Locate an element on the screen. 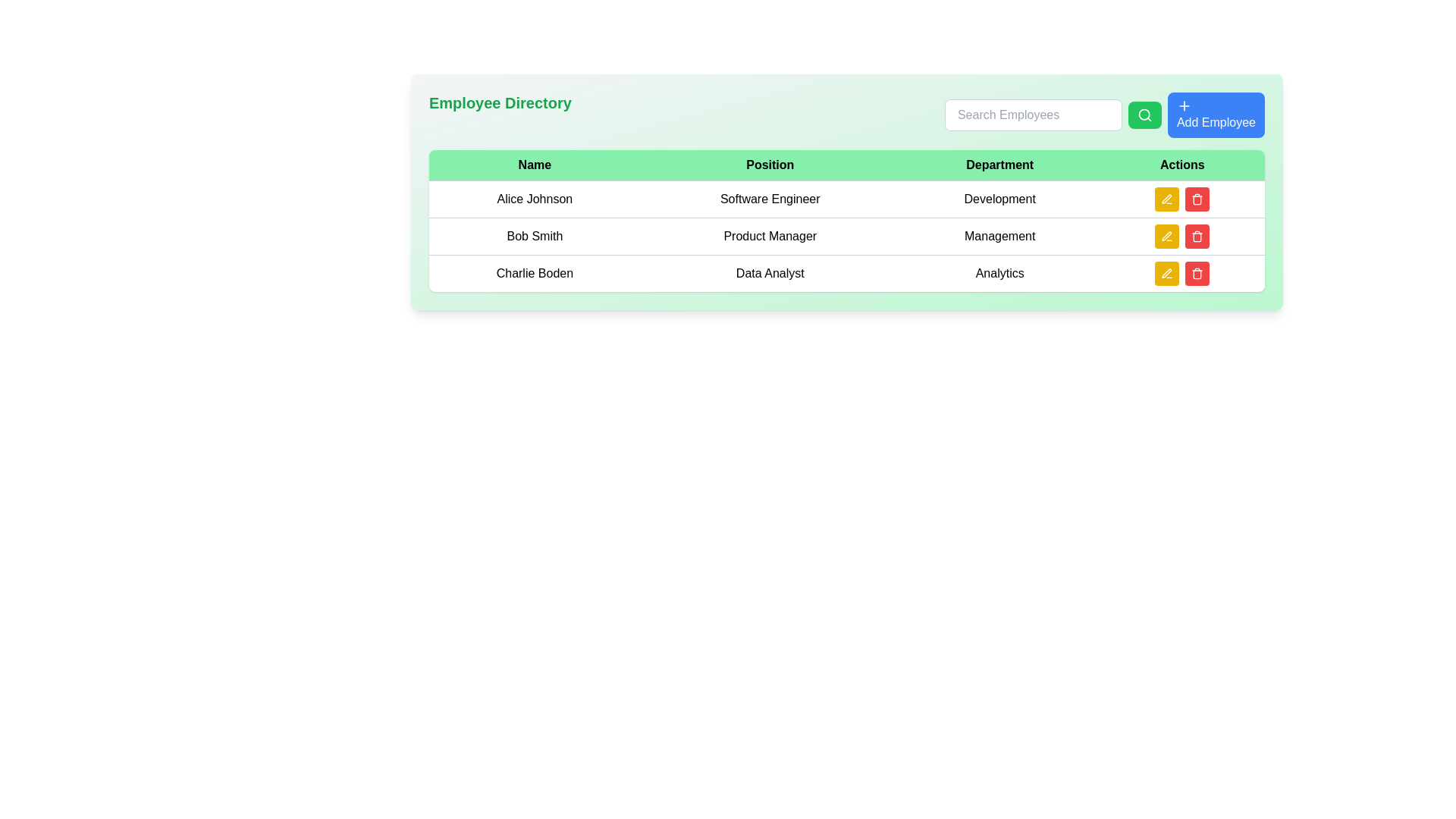  the delete button (trash bin icon) located in the Actions column of the employee table for 'Charlie Boden' is located at coordinates (1197, 198).